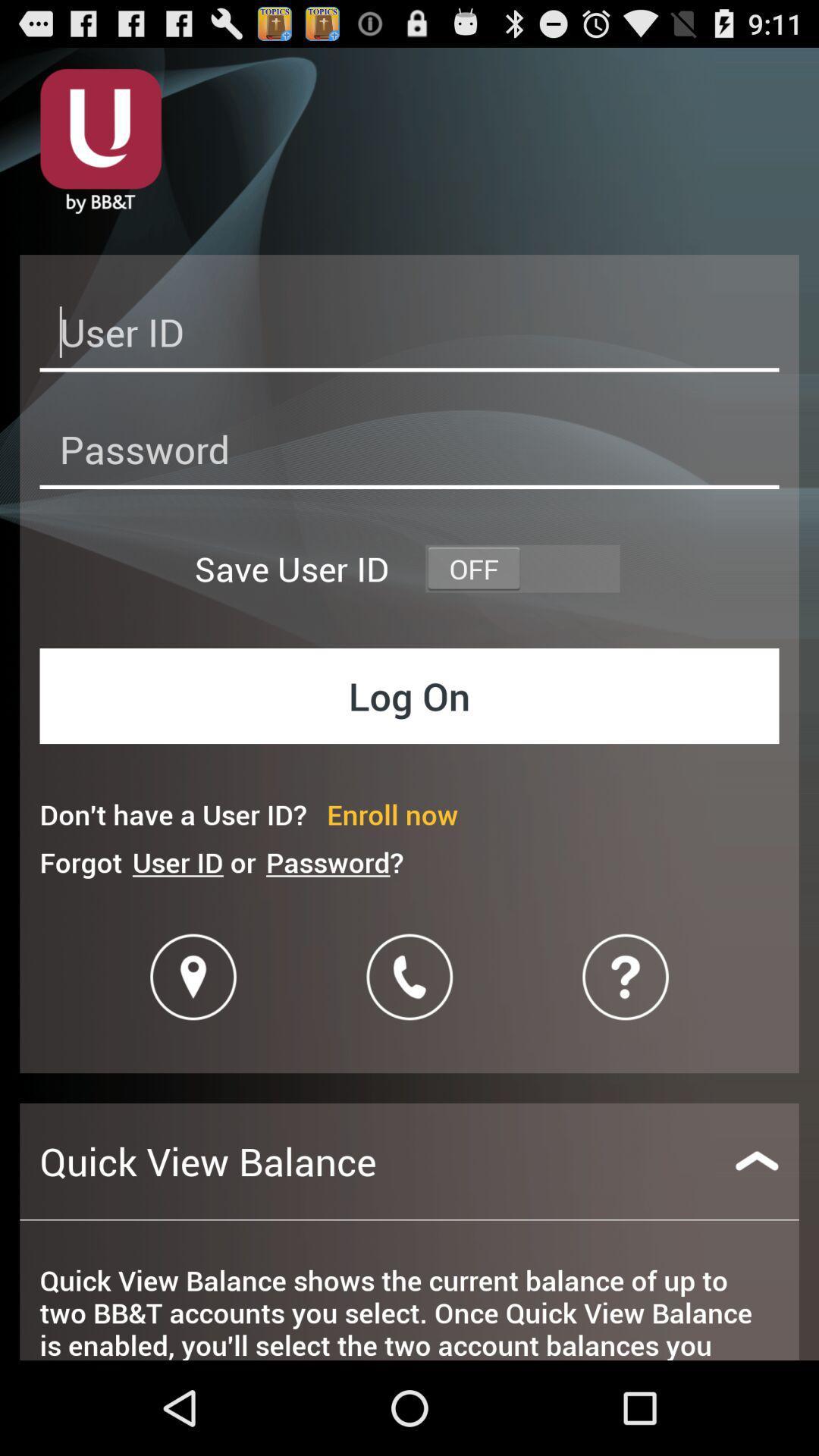  What do you see at coordinates (409, 695) in the screenshot?
I see `log on button` at bounding box center [409, 695].